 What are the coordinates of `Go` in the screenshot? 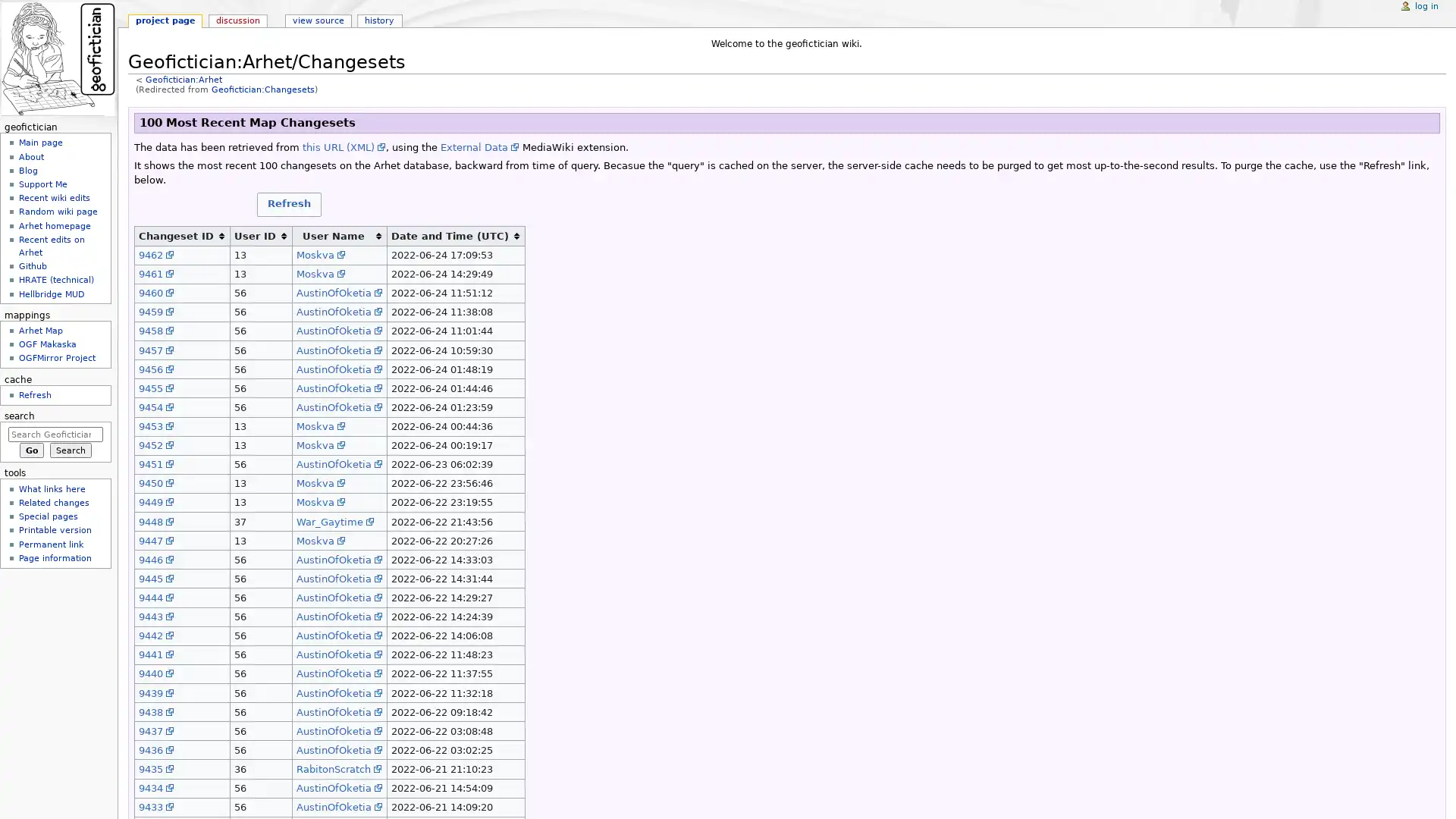 It's located at (31, 450).